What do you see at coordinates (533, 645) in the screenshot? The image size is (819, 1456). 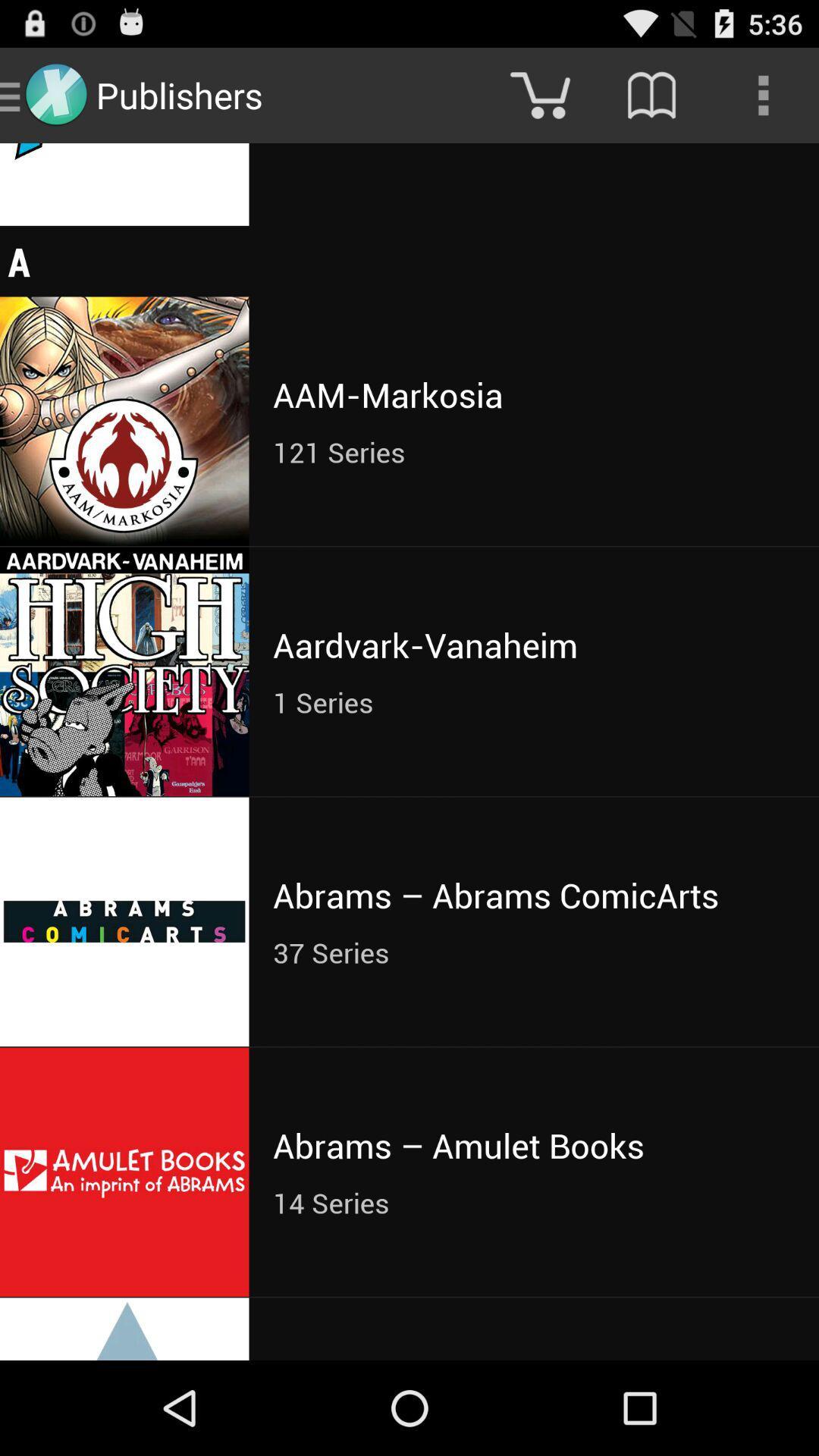 I see `the icon below the 121 series` at bounding box center [533, 645].